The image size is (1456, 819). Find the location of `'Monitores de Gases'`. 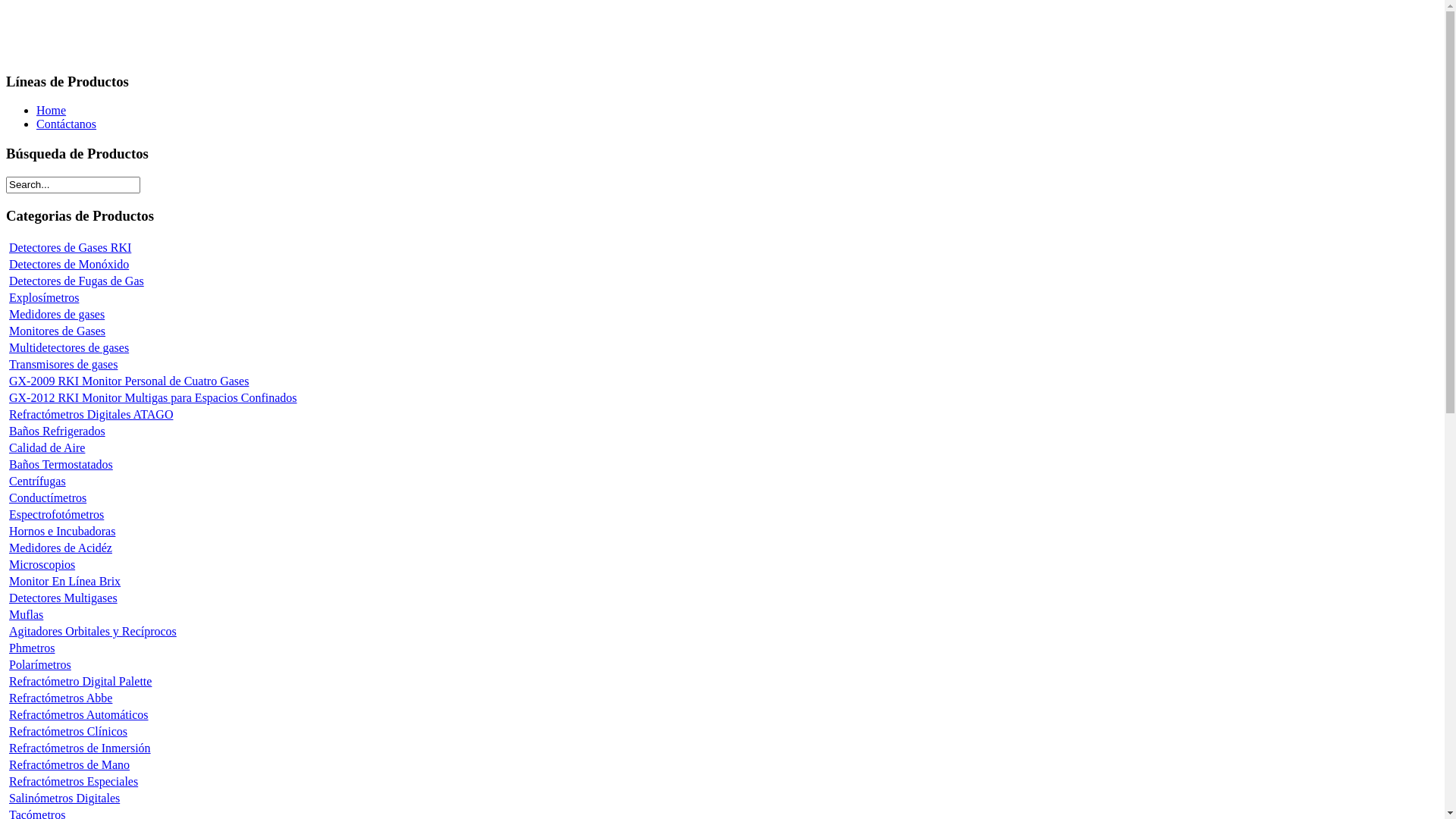

'Monitores de Gases' is located at coordinates (9, 330).